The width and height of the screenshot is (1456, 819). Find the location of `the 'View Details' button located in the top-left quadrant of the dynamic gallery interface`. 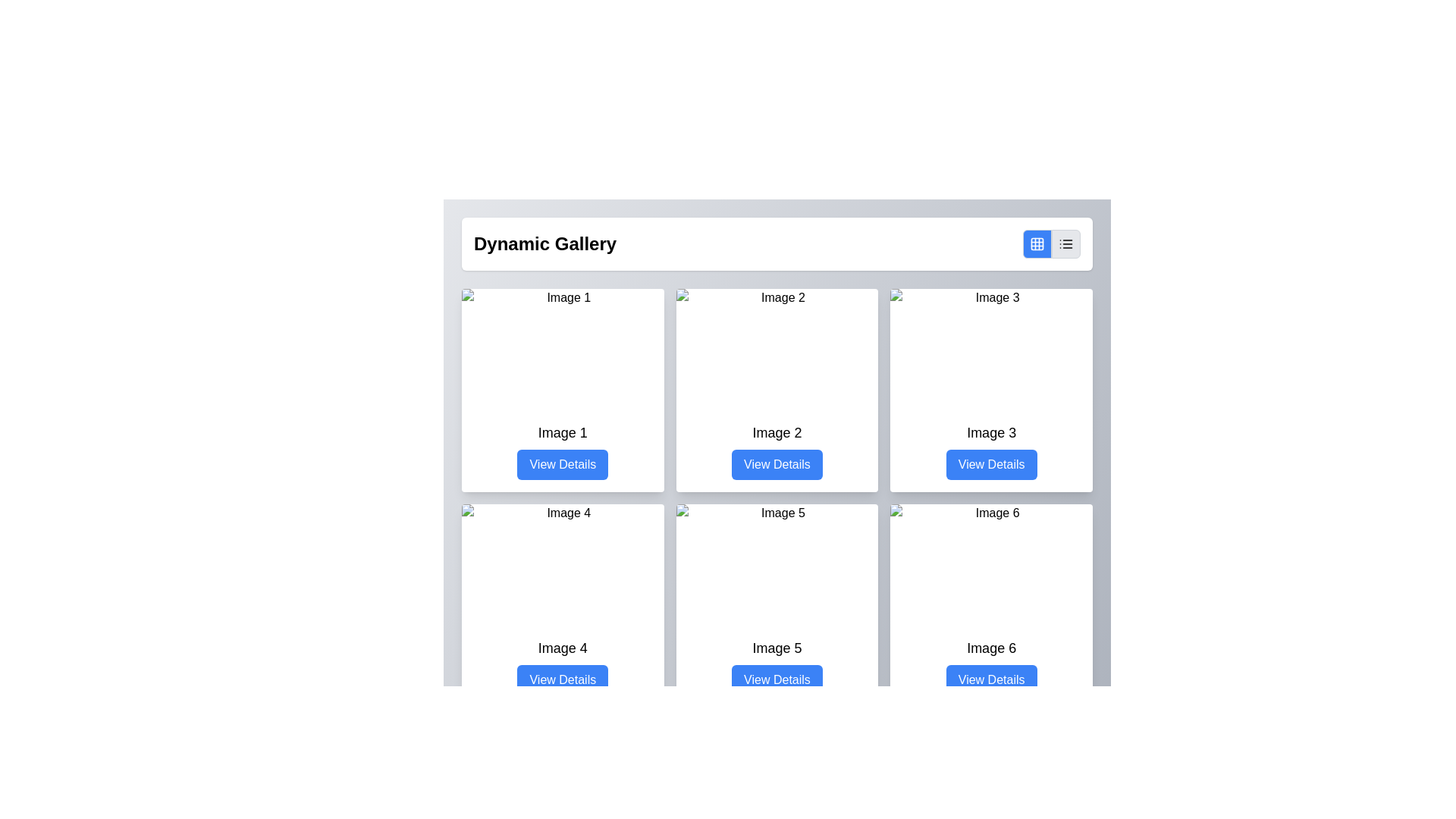

the 'View Details' button located in the top-left quadrant of the dynamic gallery interface is located at coordinates (562, 450).